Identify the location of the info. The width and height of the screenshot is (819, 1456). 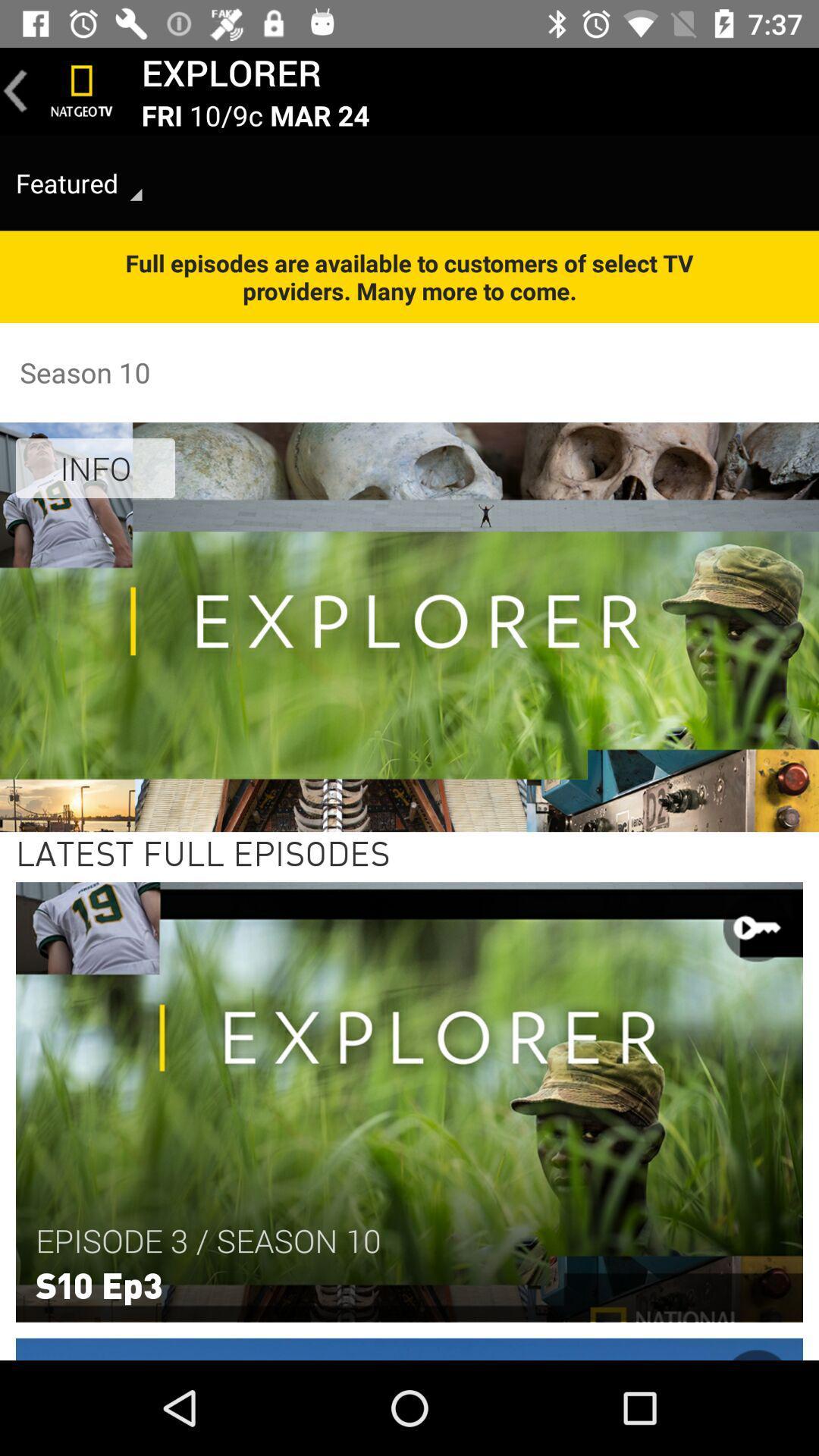
(96, 467).